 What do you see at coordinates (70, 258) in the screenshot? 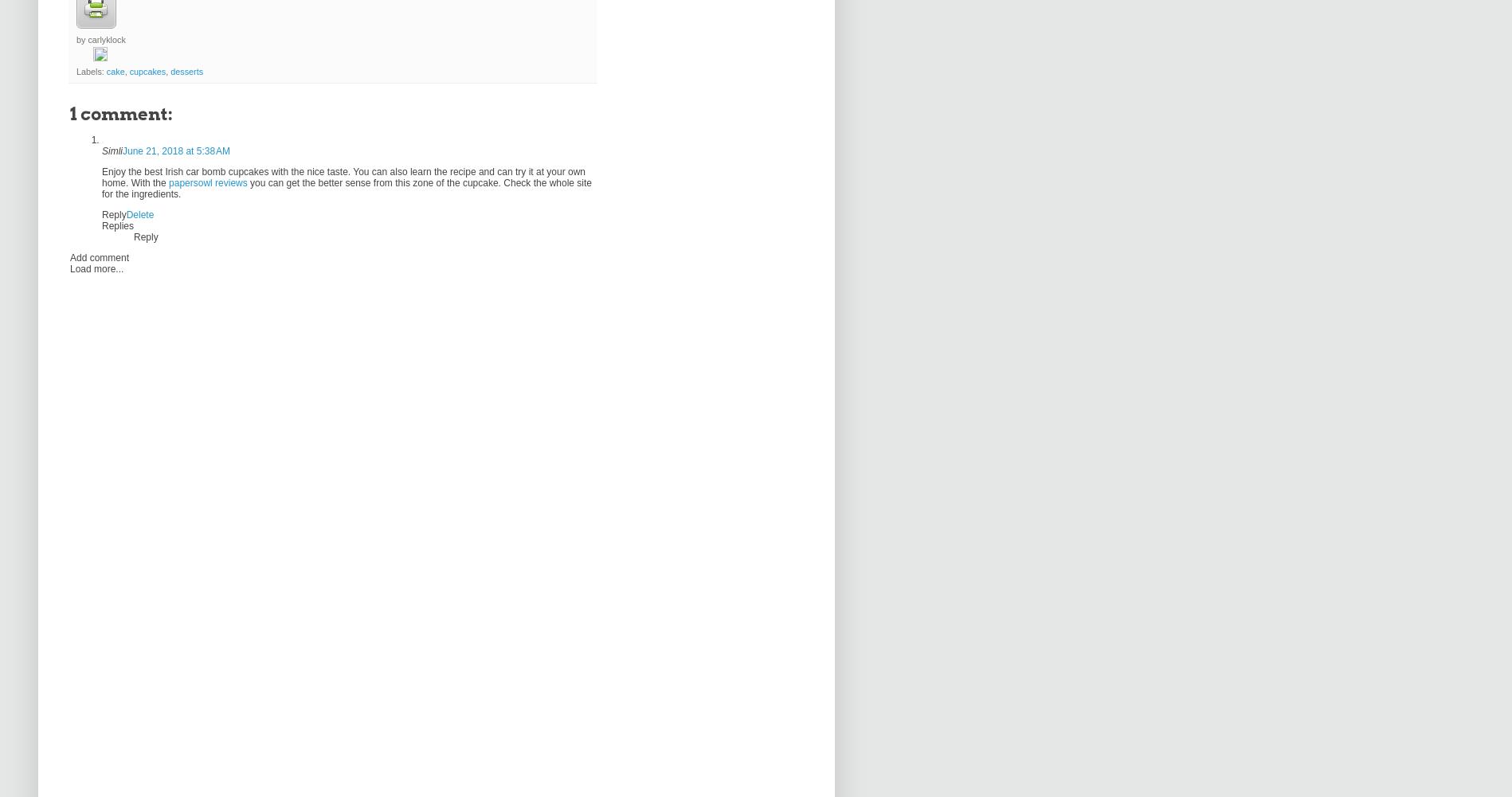
I see `'Add comment'` at bounding box center [70, 258].